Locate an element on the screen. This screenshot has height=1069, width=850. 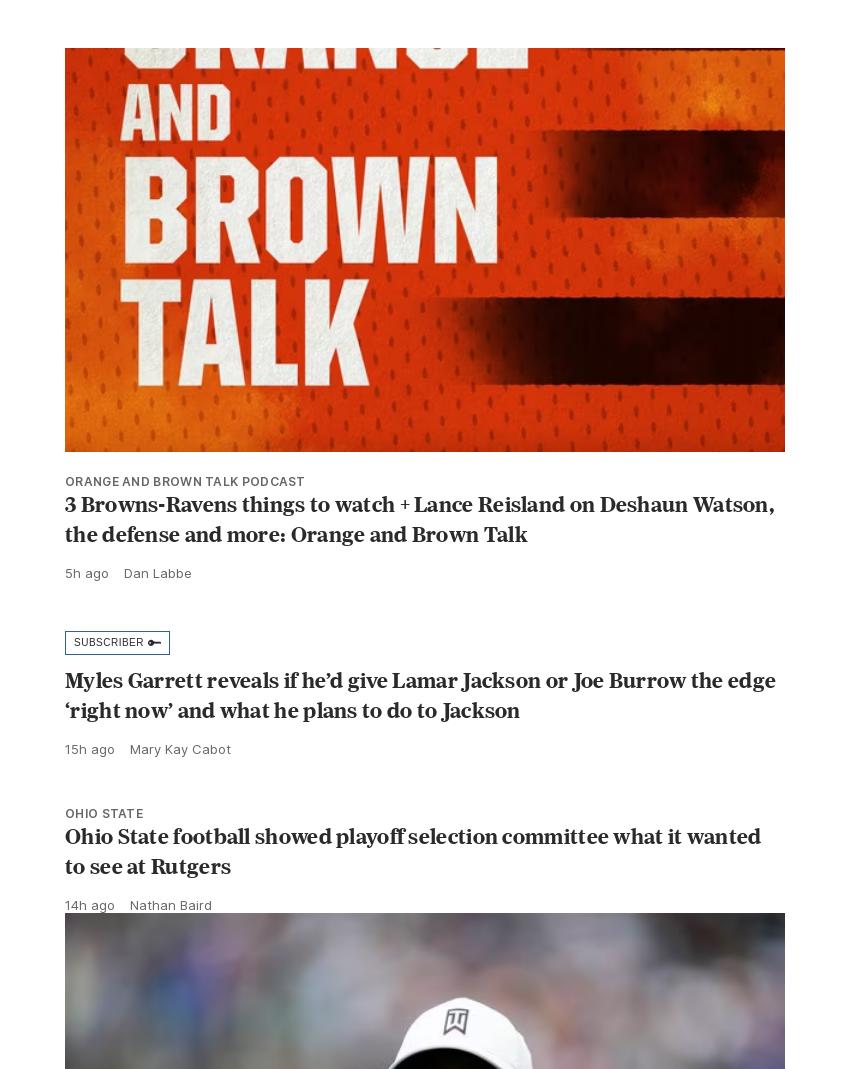
'5h ago' is located at coordinates (86, 617).